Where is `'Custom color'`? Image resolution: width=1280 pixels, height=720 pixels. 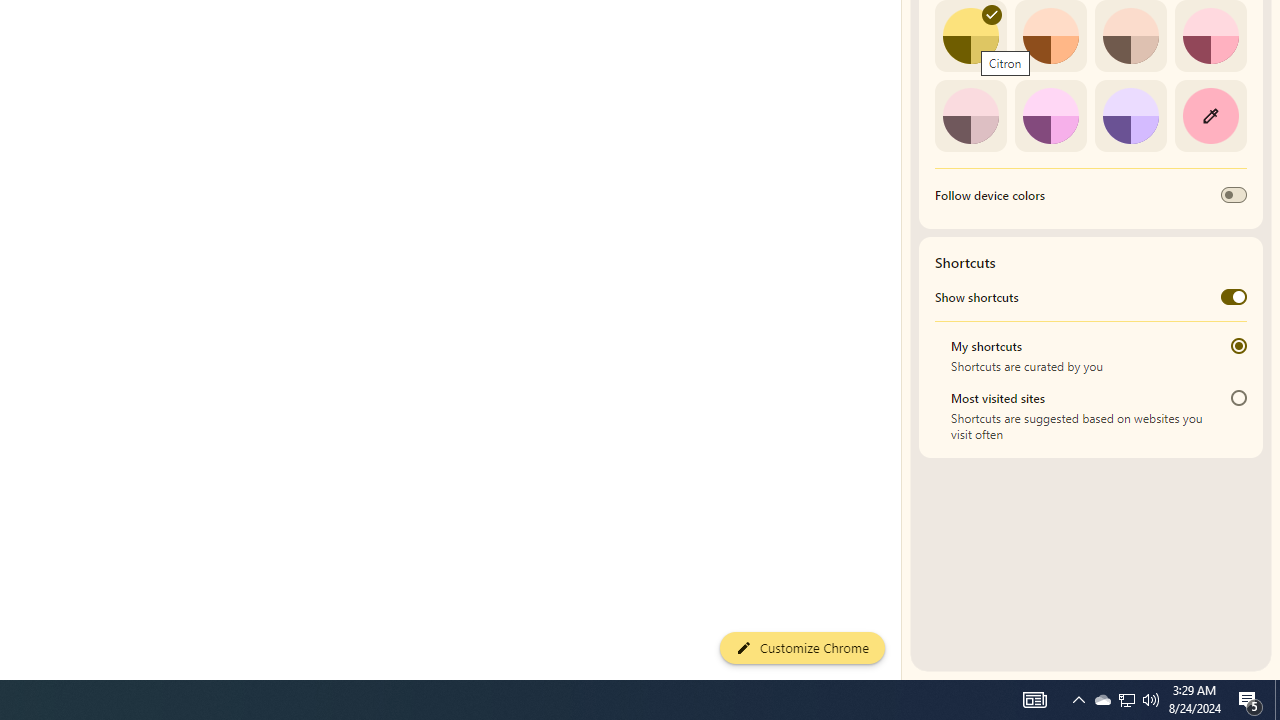 'Custom color' is located at coordinates (1209, 115).